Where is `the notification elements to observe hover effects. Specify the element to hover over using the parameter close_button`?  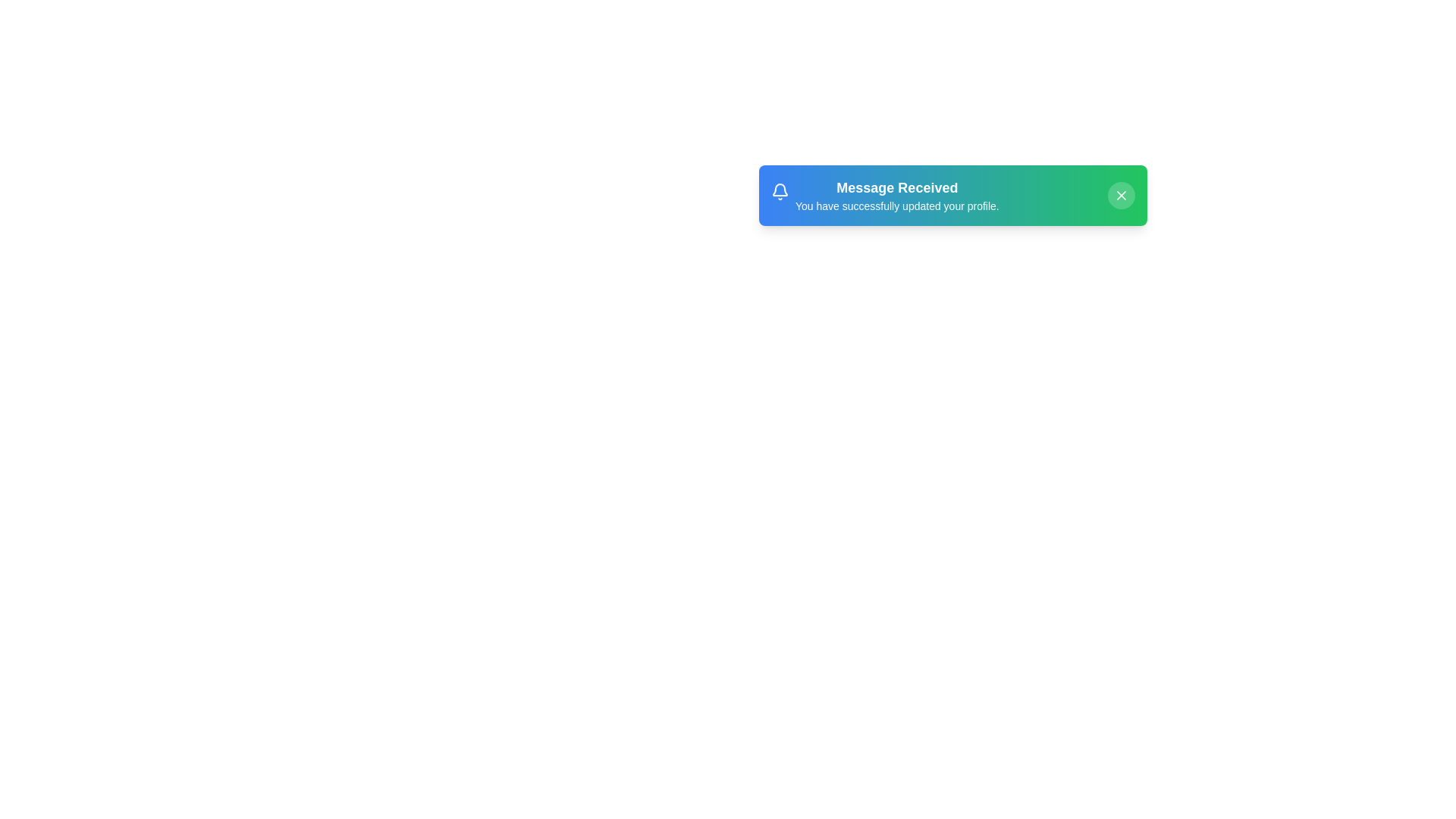
the notification elements to observe hover effects. Specify the element to hover over using the parameter close_button is located at coordinates (1121, 195).